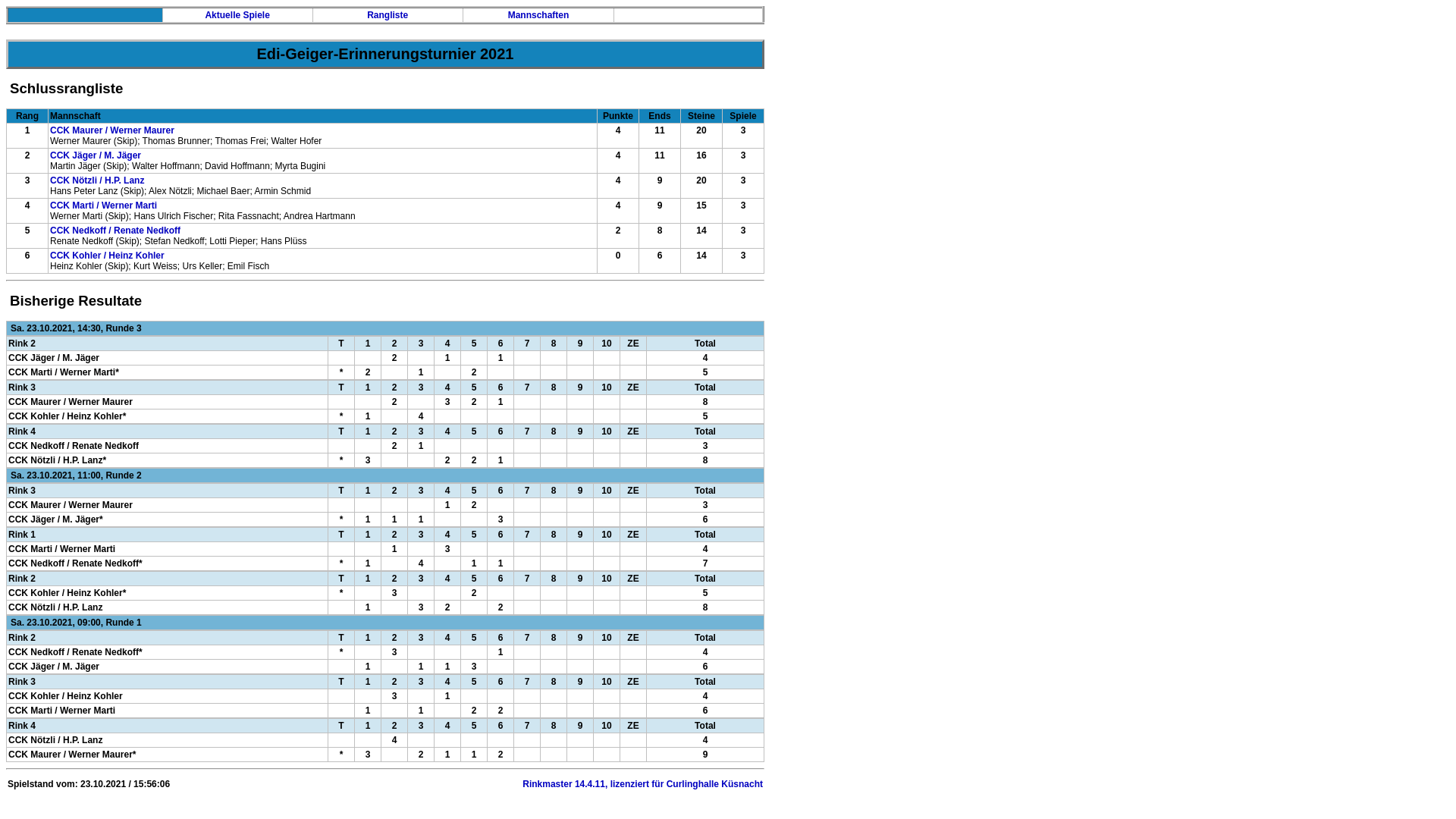 Image resolution: width=1456 pixels, height=819 pixels. I want to click on 'Aktuelle Spiele', so click(236, 14).